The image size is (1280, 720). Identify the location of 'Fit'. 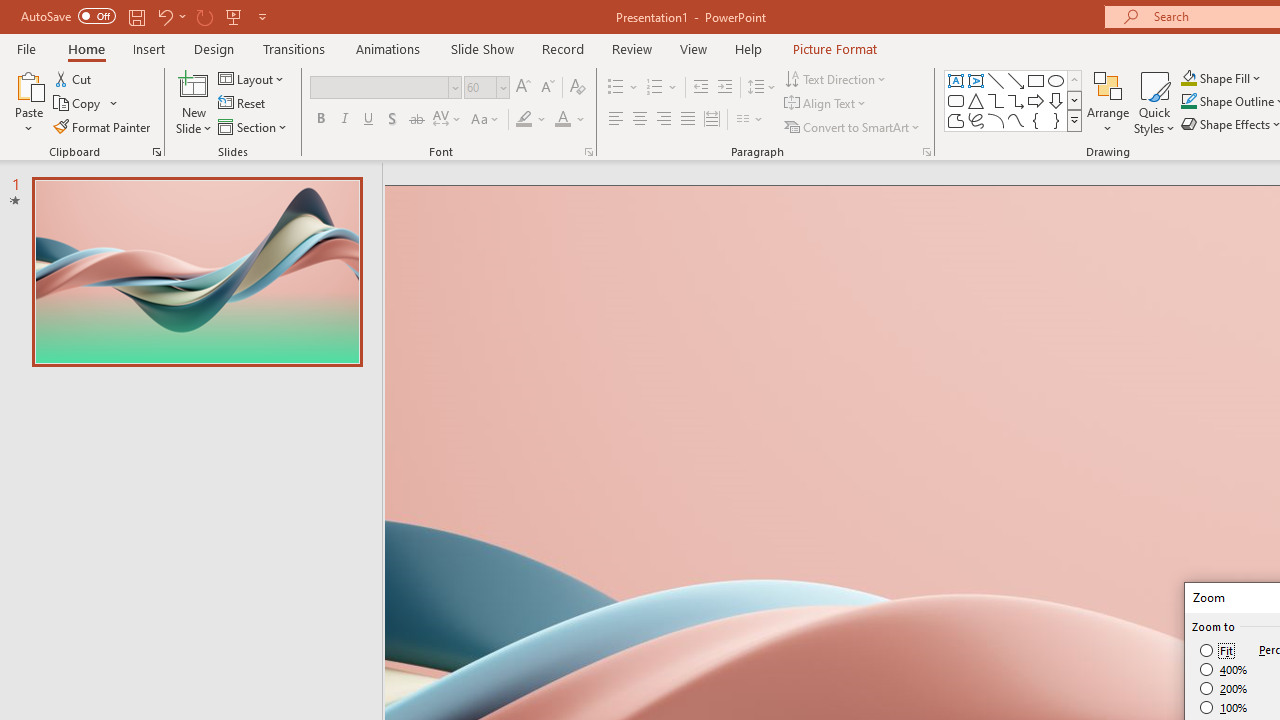
(1216, 650).